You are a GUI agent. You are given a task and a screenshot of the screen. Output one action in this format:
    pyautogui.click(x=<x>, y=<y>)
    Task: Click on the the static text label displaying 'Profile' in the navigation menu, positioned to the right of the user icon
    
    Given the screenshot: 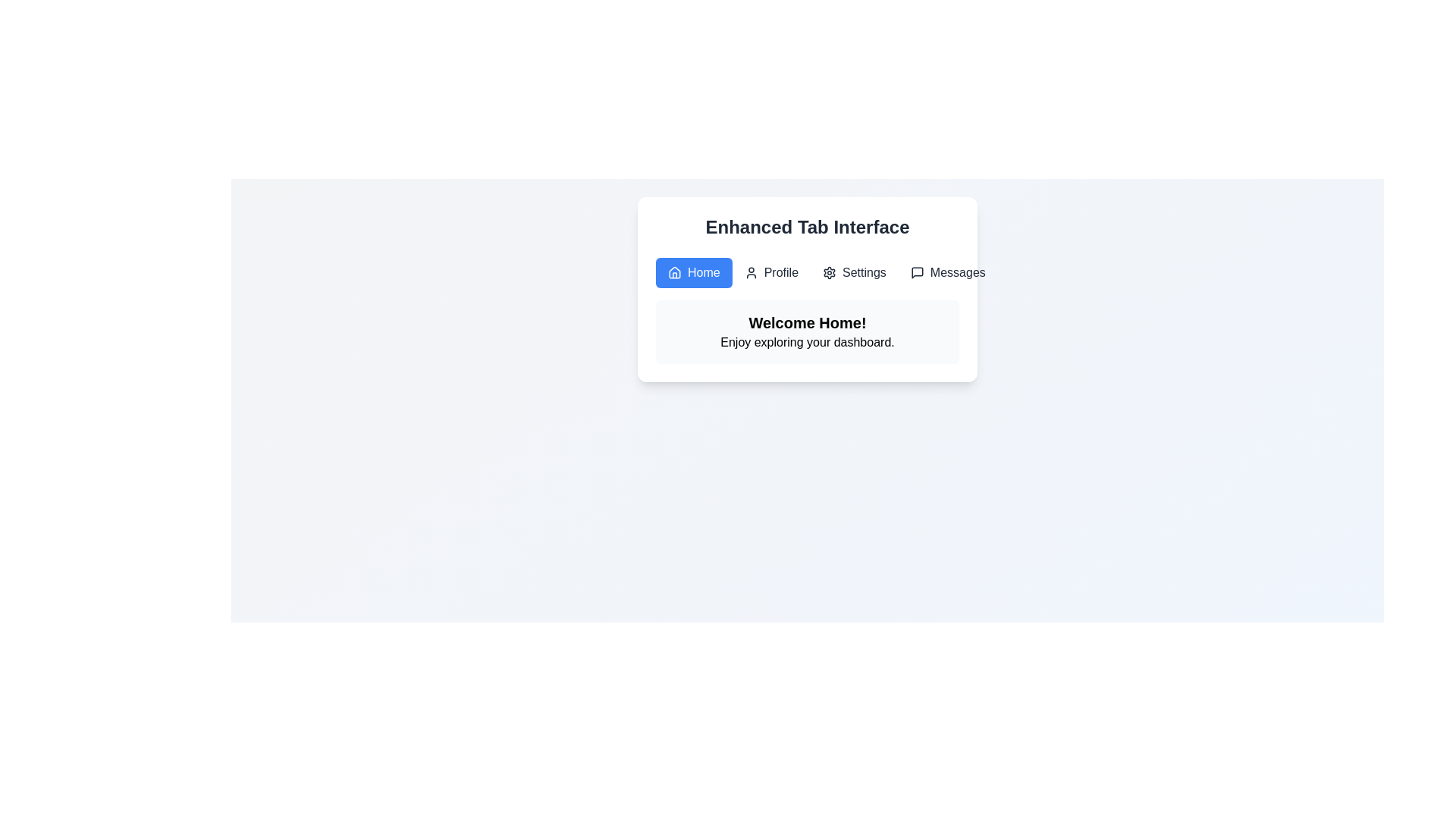 What is the action you would take?
    pyautogui.click(x=781, y=271)
    